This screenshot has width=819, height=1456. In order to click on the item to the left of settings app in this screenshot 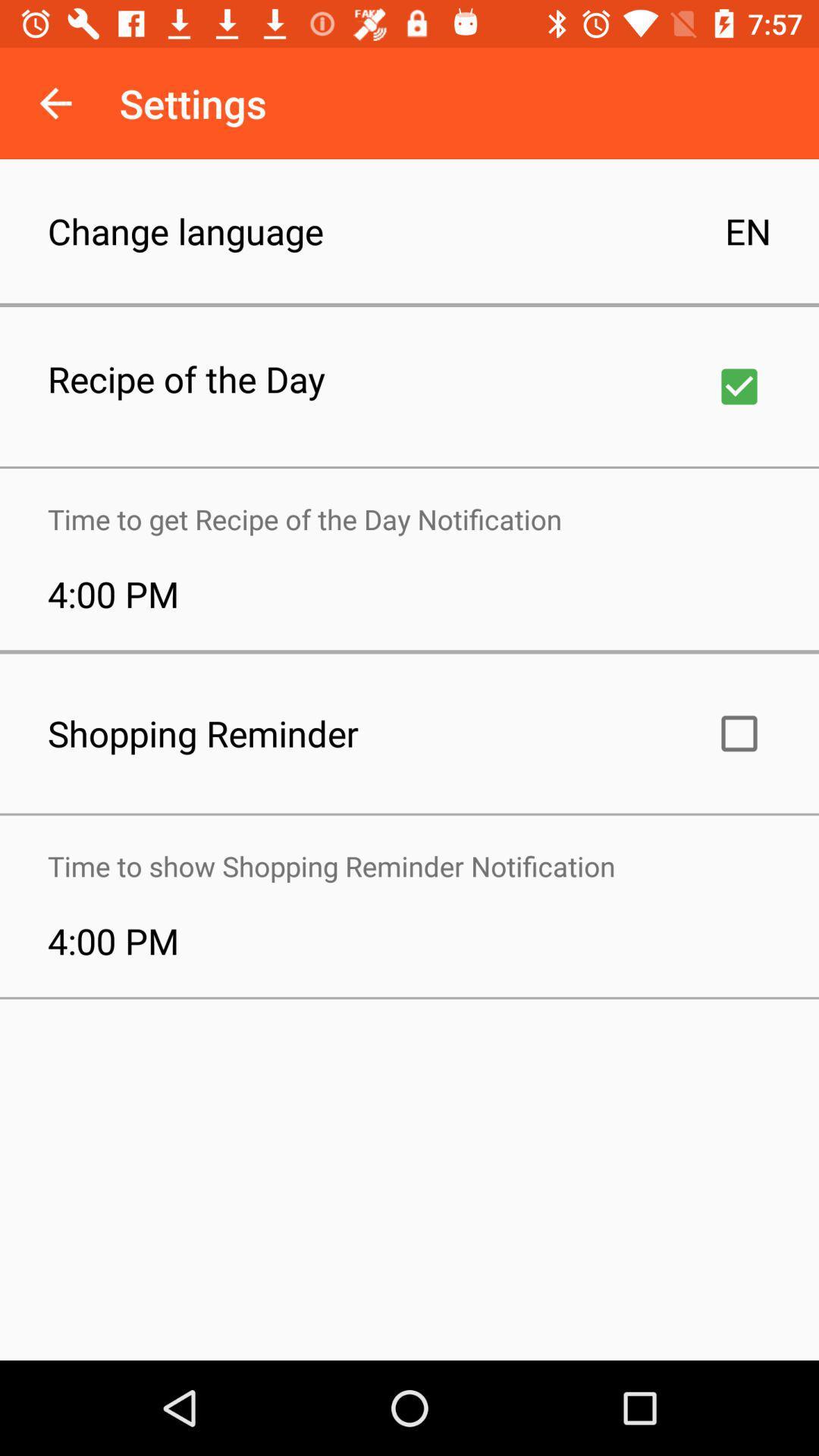, I will do `click(55, 102)`.